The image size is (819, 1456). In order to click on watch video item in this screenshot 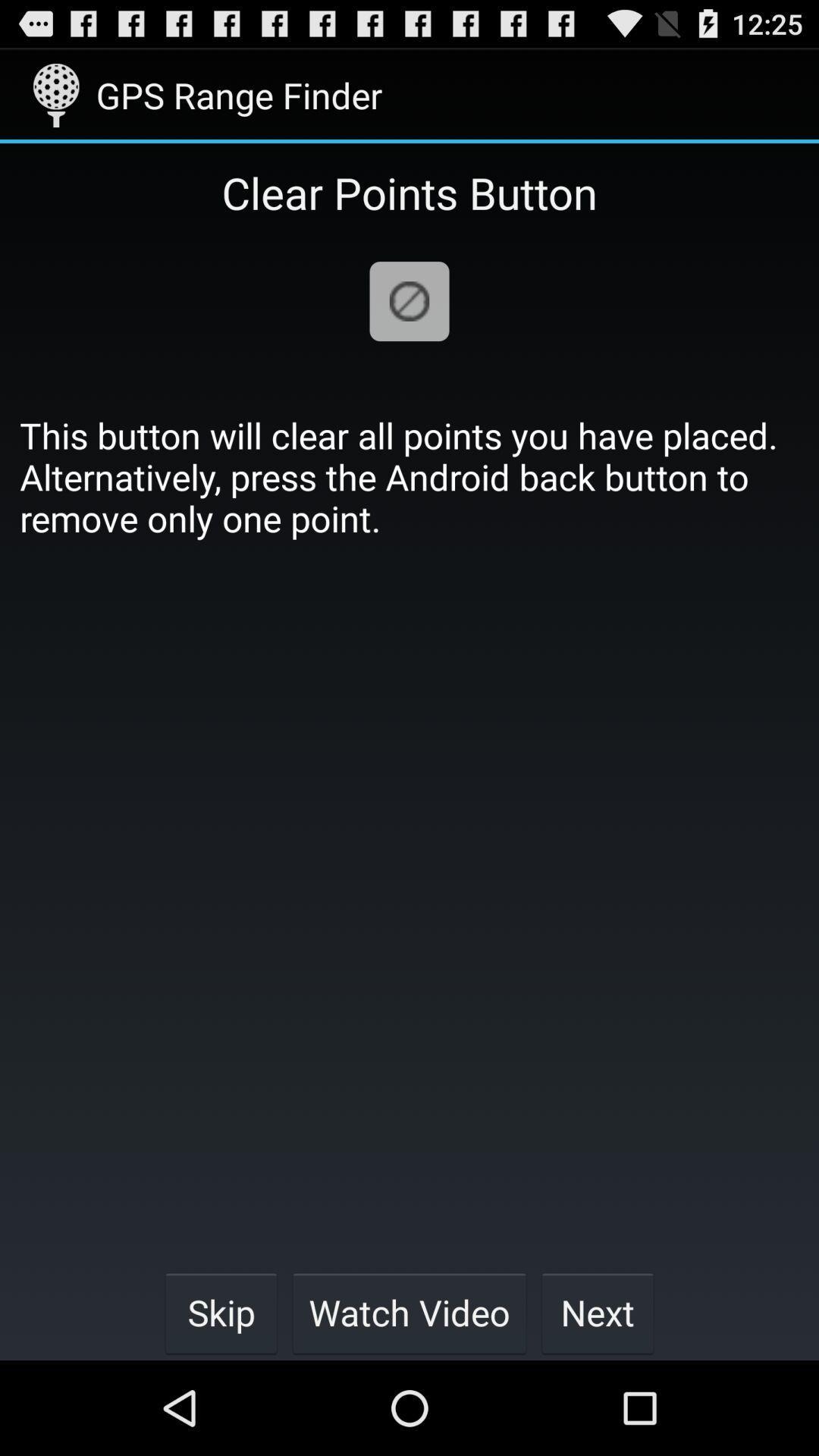, I will do `click(409, 1312)`.